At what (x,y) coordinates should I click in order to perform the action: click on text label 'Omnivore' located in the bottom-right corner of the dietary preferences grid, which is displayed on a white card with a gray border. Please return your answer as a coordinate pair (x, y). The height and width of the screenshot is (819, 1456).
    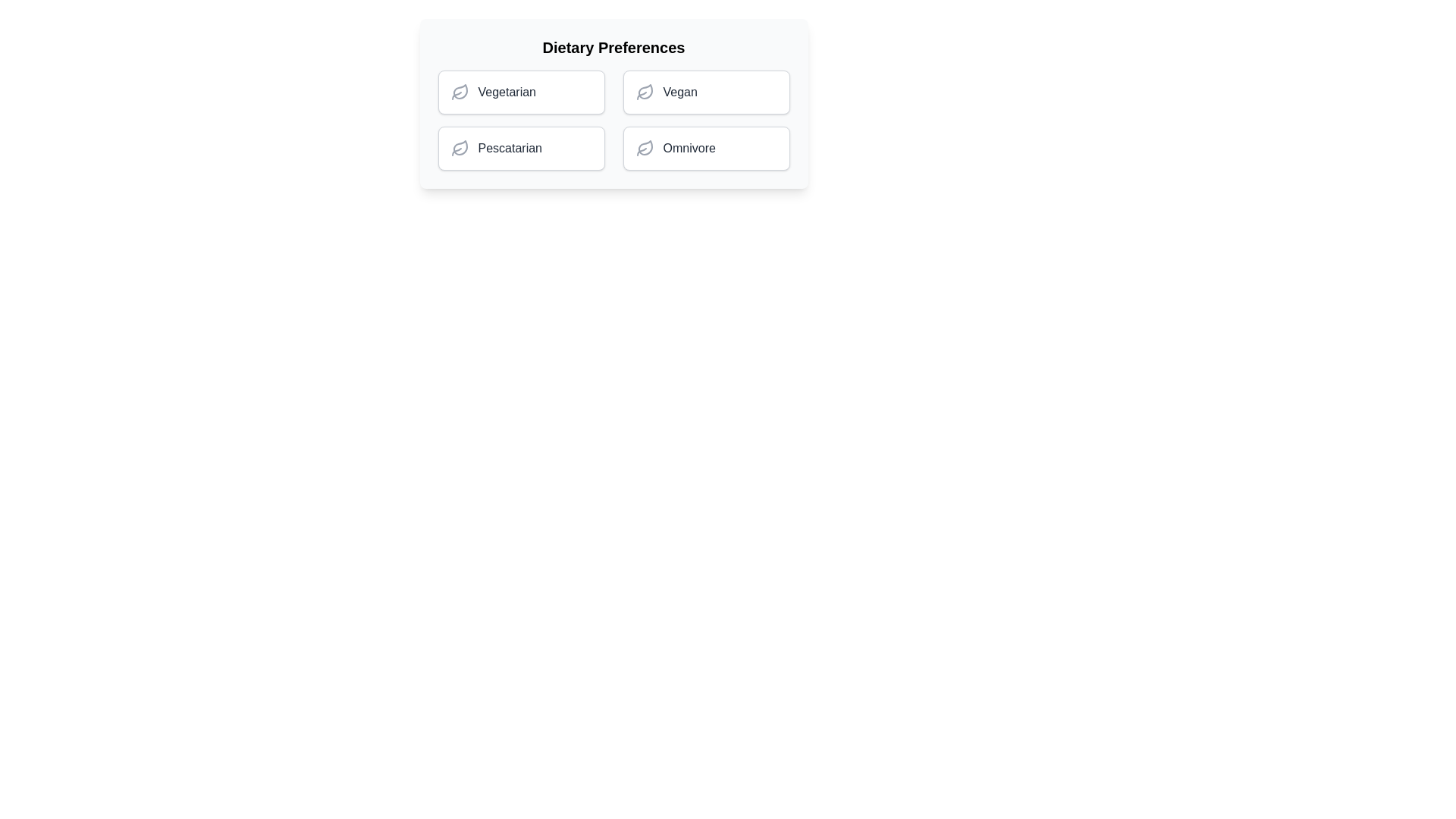
    Looking at the image, I should click on (689, 149).